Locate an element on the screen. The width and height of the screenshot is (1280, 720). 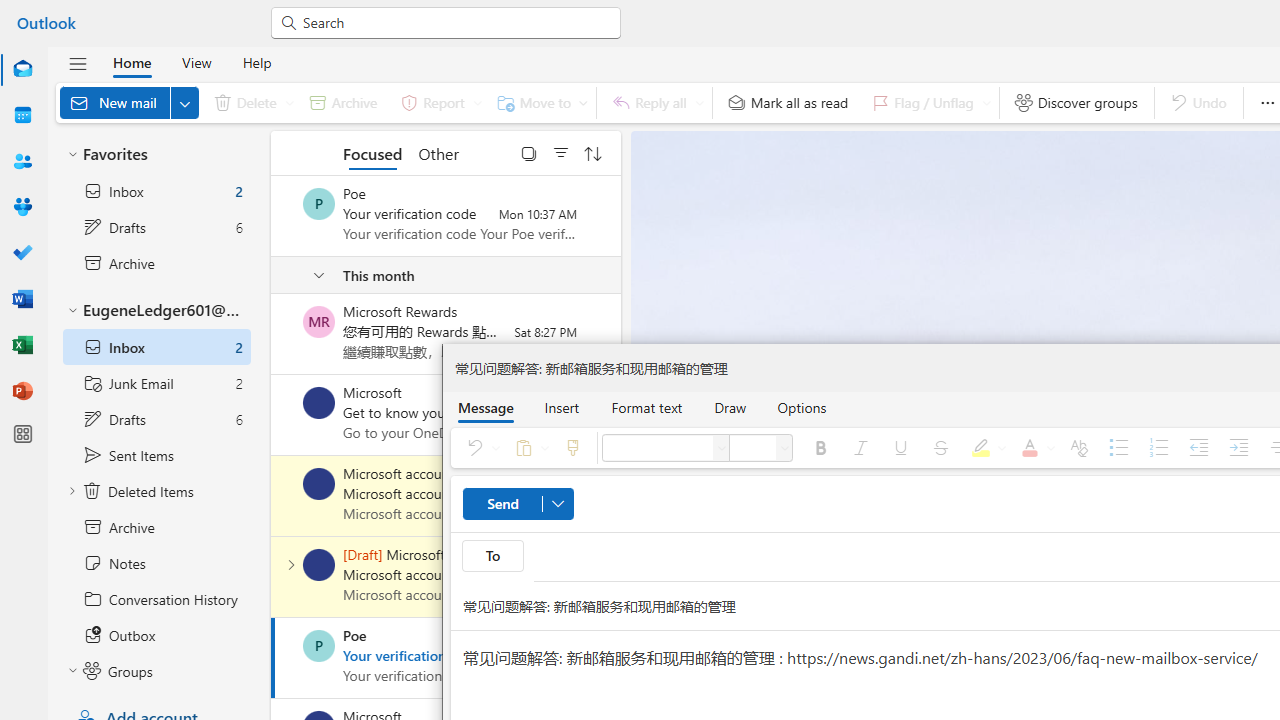
'Hide navigation pane' is located at coordinates (78, 62).